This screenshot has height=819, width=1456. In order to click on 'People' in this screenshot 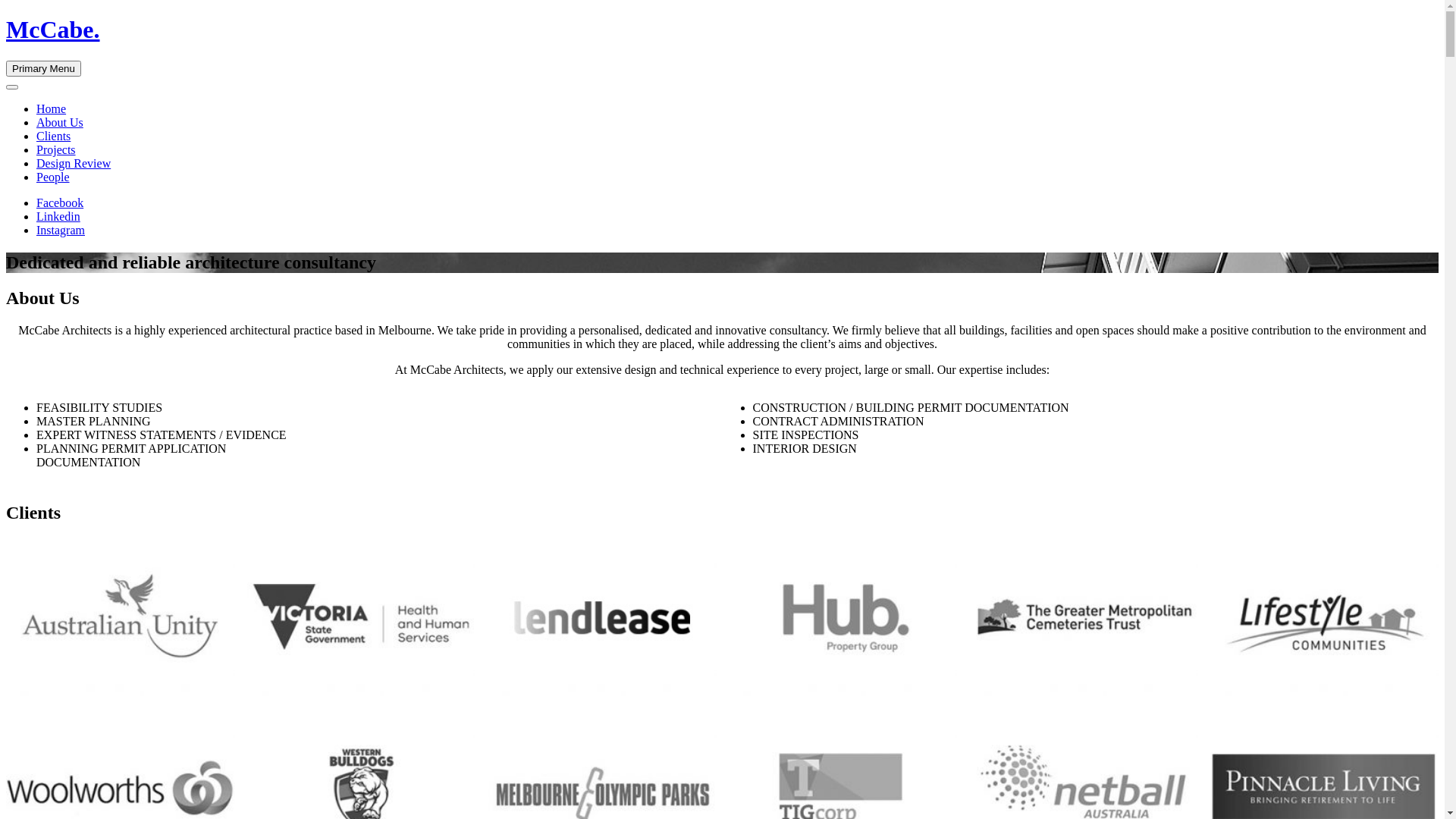, I will do `click(53, 176)`.